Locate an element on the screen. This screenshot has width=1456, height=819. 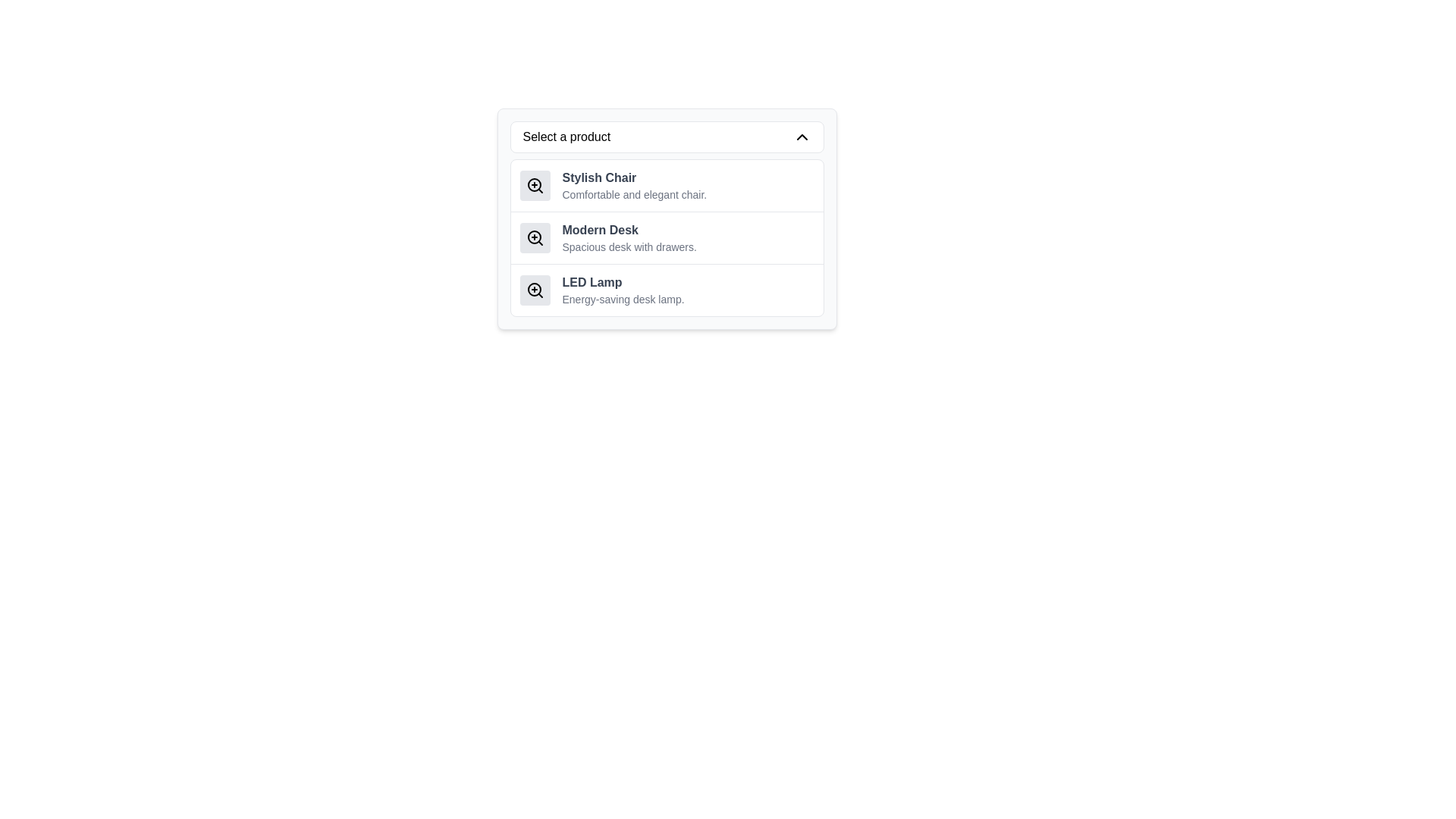
the third product listing item under 'Select a product.' which contains a magnifying glass icon and the text 'LED Lamp' and 'Energy-saving desk lamp.' is located at coordinates (601, 290).